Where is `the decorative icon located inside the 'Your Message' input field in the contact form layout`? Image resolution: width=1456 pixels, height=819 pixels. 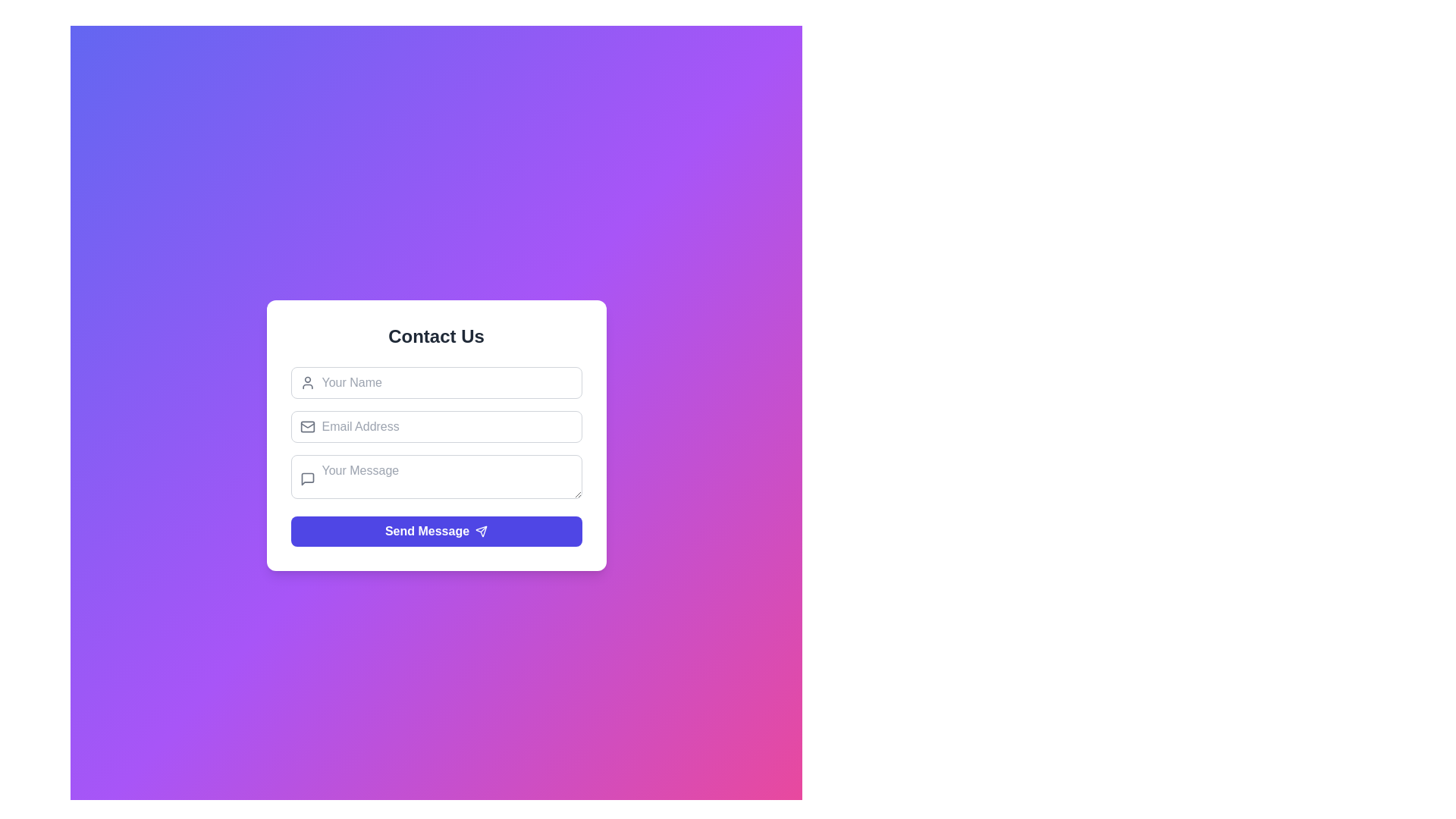
the decorative icon located inside the 'Your Message' input field in the contact form layout is located at coordinates (306, 479).